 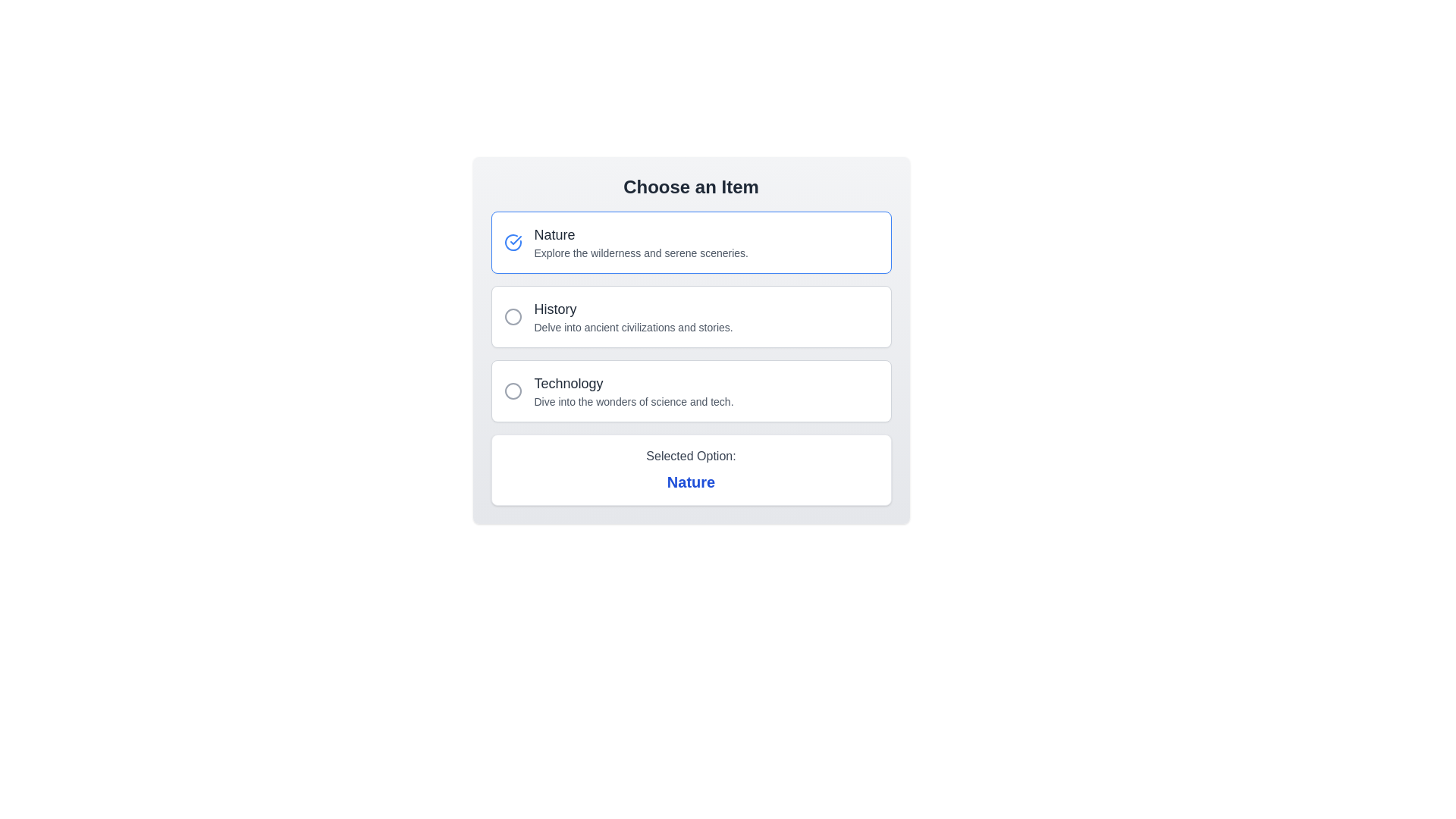 I want to click on the descriptive text element located directly beneath the 'Nature' title in the first selection card of the list, so click(x=641, y=253).